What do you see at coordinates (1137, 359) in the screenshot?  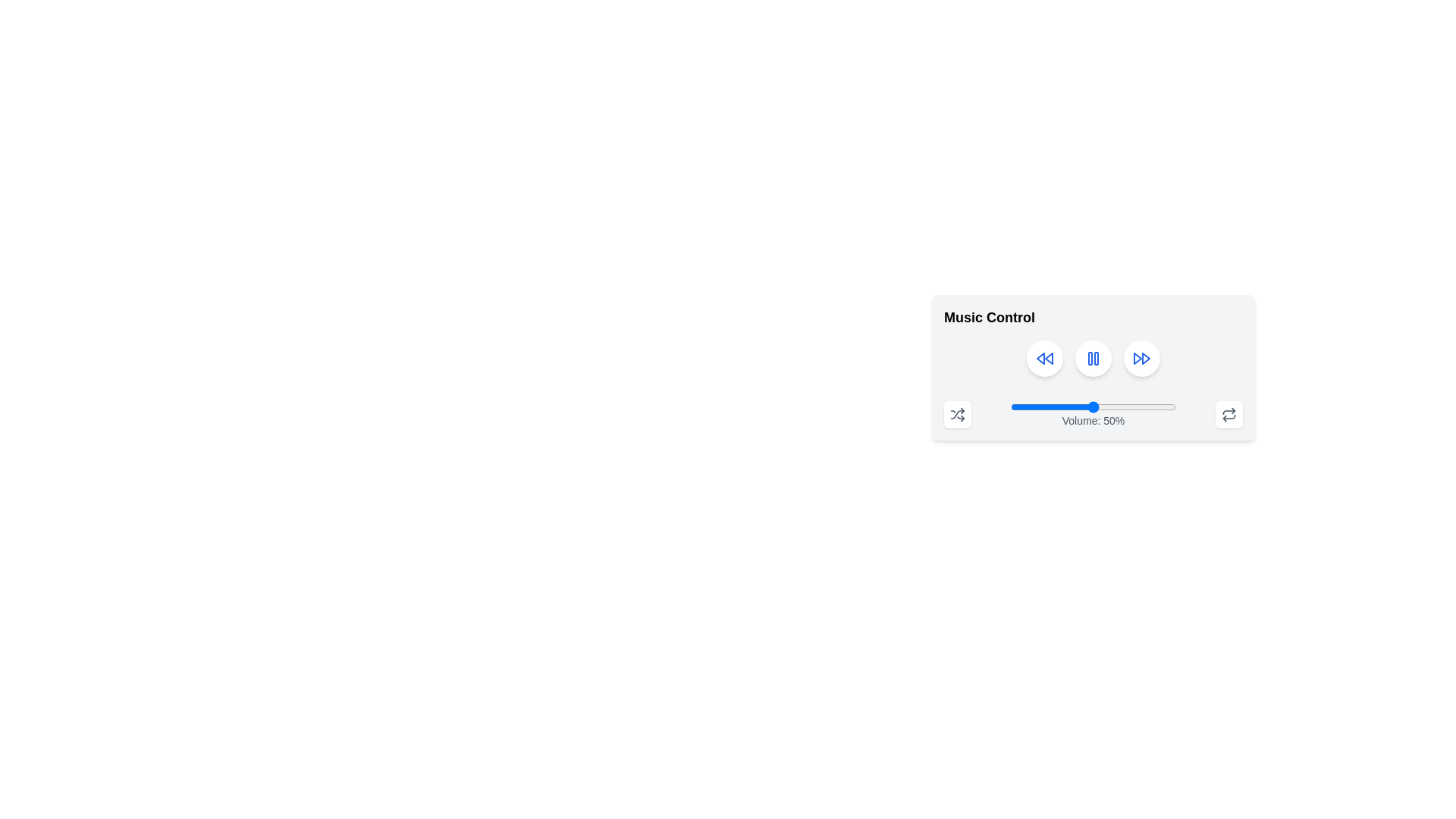 I see `the left triangle of the playback control icon in the music control interface, which is part of an SVG graphical element located towards the right side of the rounded rectangle section` at bounding box center [1137, 359].